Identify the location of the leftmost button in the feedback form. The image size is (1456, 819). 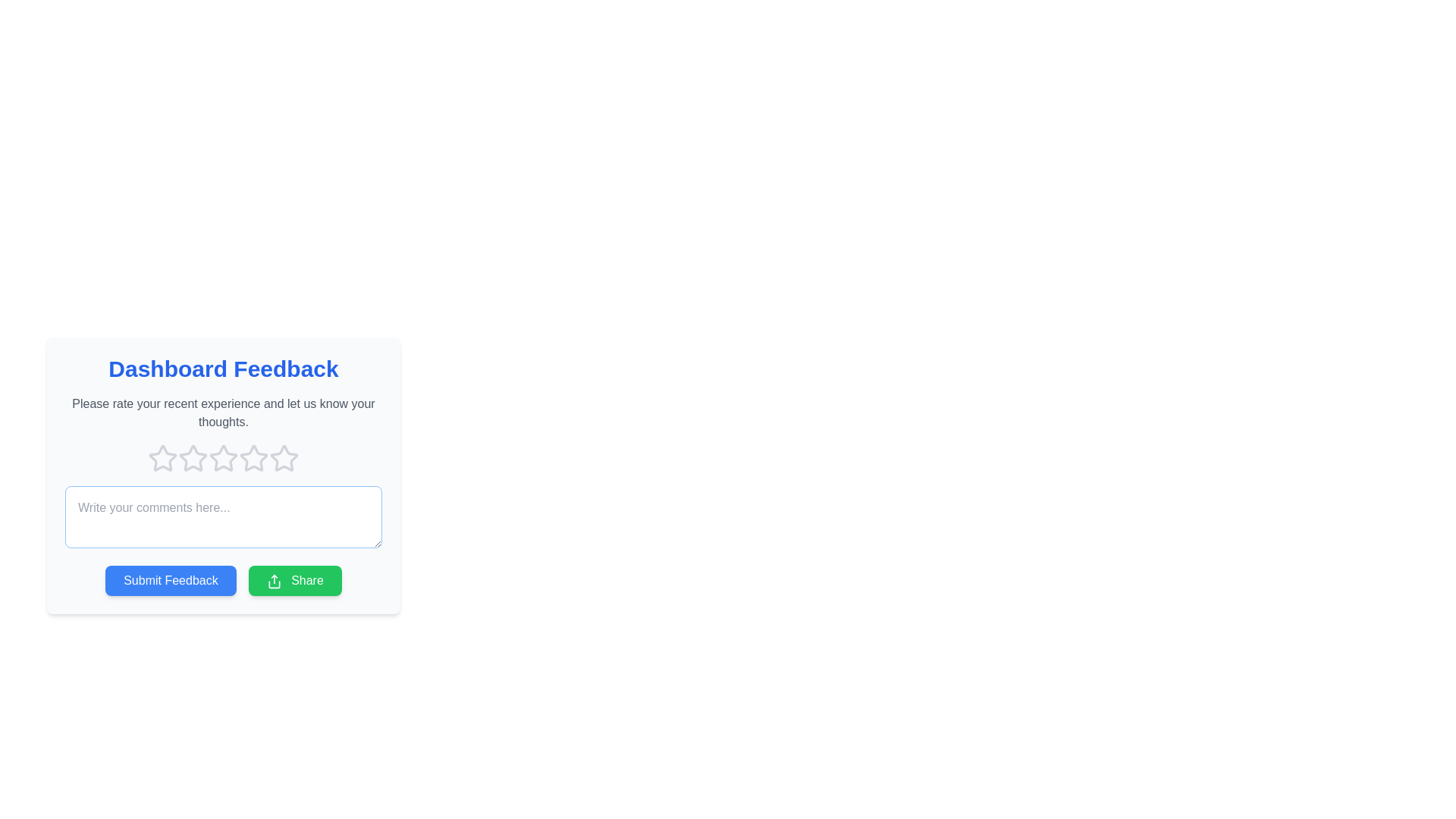
(171, 580).